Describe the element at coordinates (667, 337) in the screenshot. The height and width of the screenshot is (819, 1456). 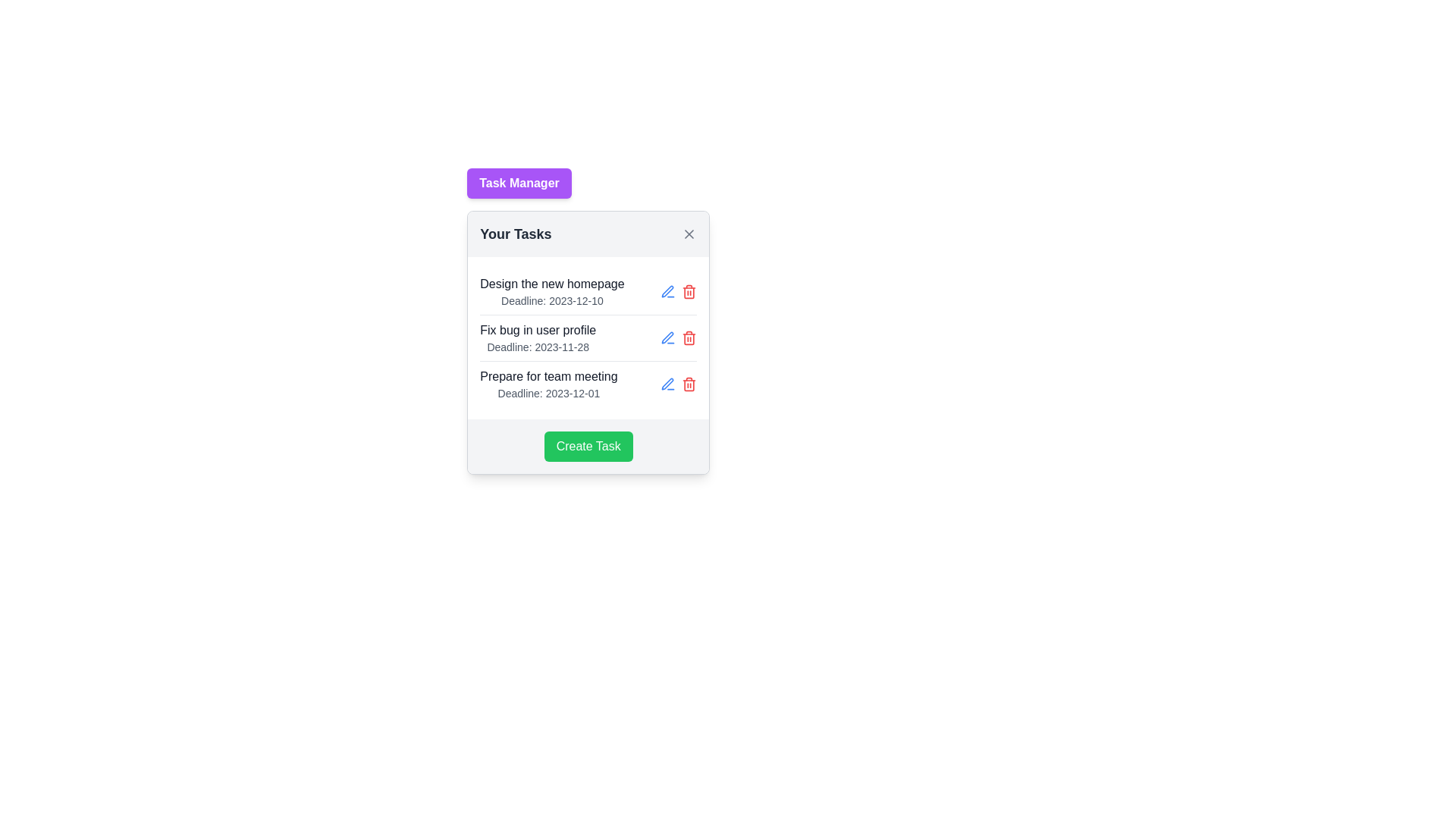
I see `the editing icon (SVG graphic) located to the right of the 'Fix bug in user profile' task entry to initiate the editing process` at that location.